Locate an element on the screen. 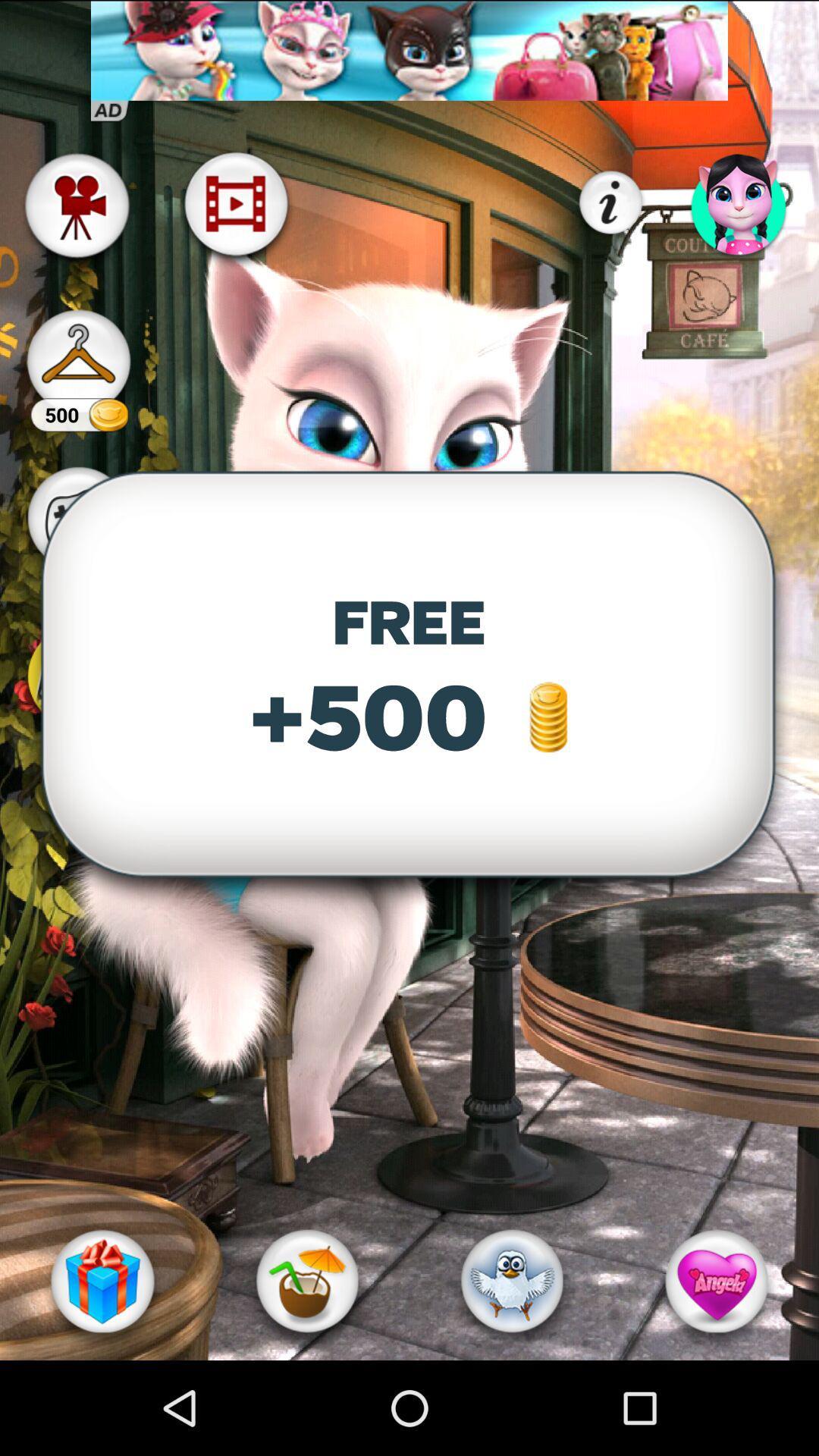 Image resolution: width=819 pixels, height=1456 pixels. the female icon on the right corner is located at coordinates (739, 202).